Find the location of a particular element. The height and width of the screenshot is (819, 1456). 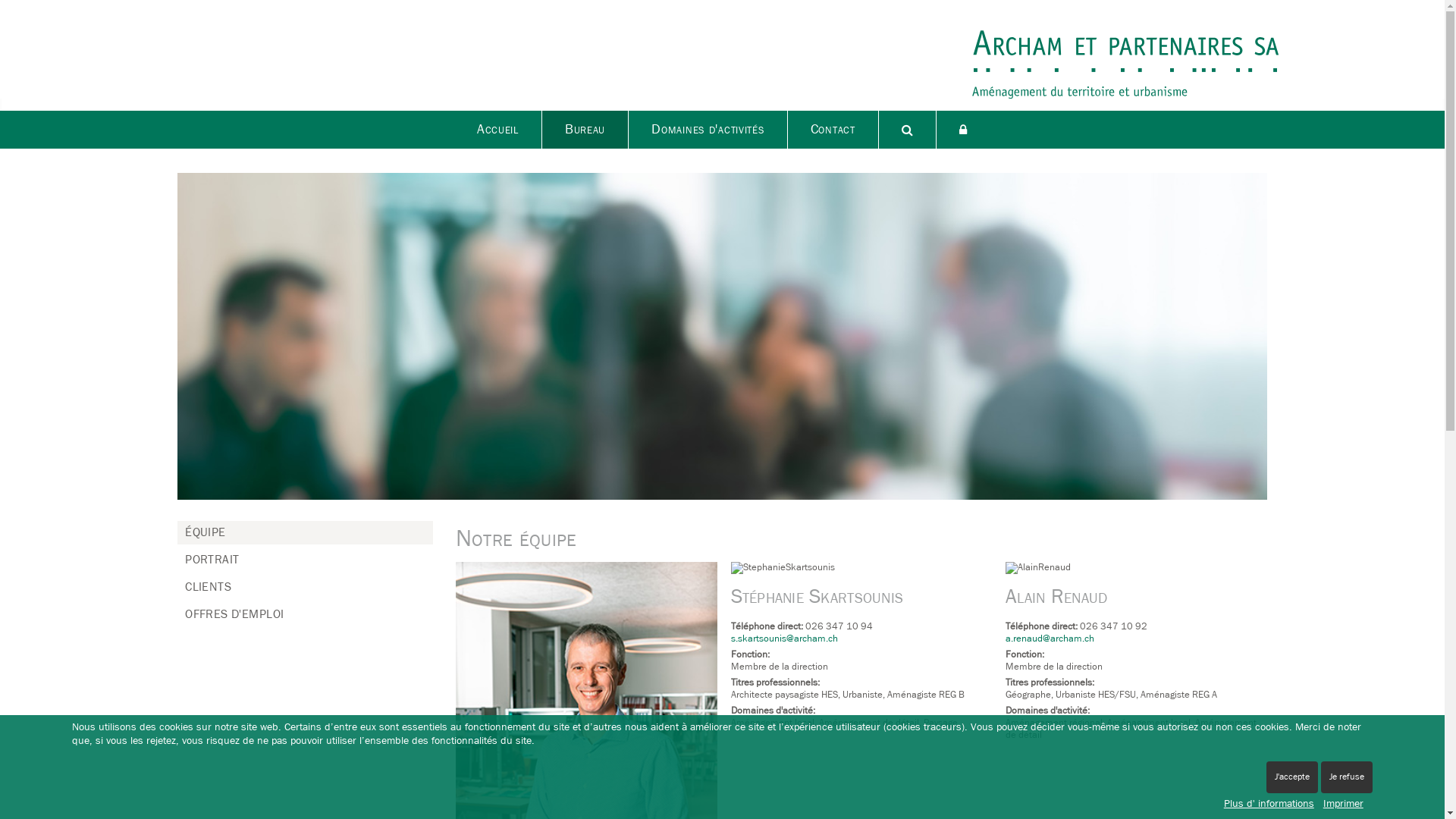

'OFFRES D'EMPLOI' is located at coordinates (233, 614).